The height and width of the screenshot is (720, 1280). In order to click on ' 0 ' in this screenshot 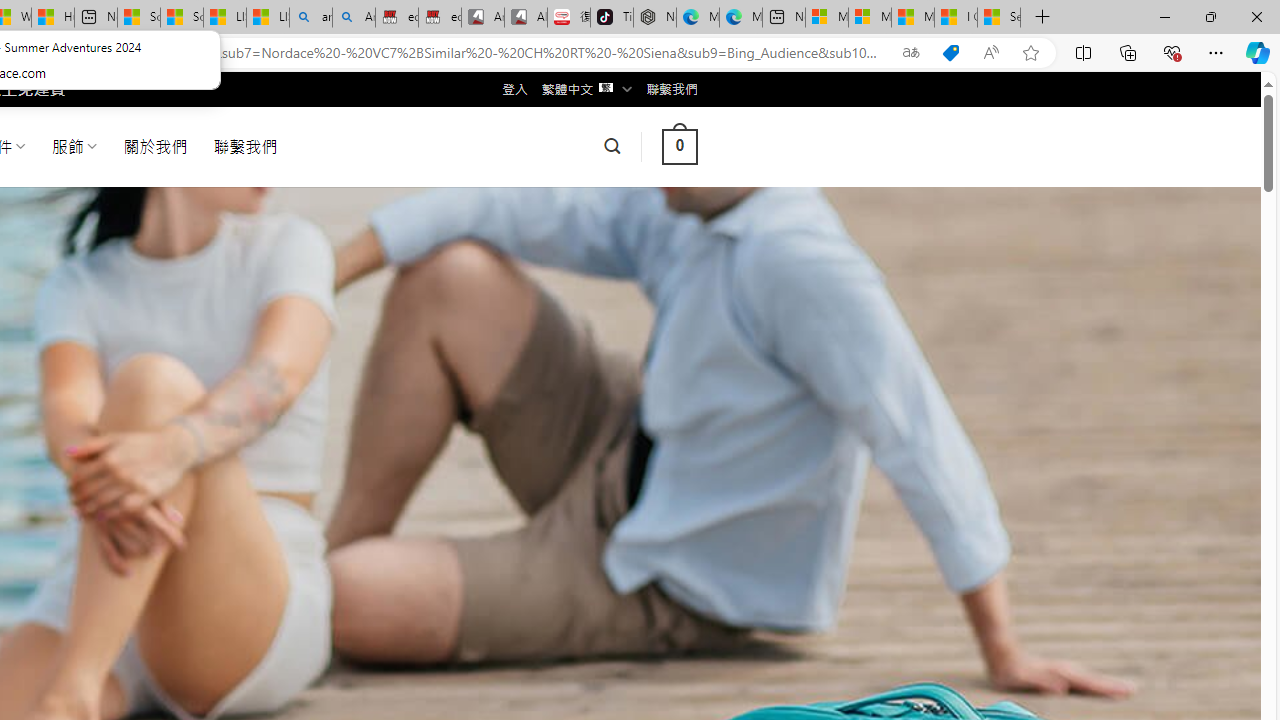, I will do `click(679, 145)`.